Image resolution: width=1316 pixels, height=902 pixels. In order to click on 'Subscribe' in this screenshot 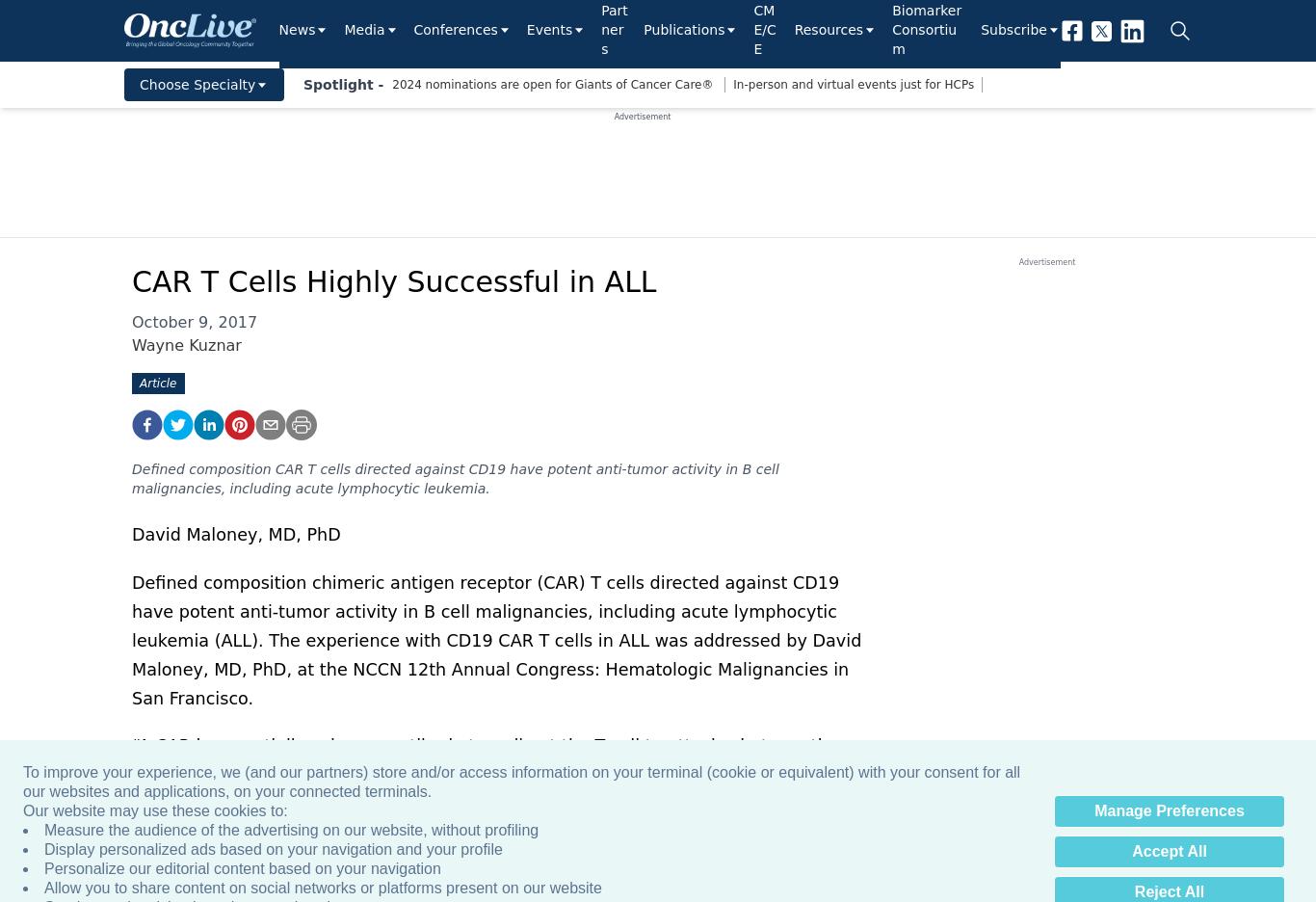, I will do `click(1013, 28)`.